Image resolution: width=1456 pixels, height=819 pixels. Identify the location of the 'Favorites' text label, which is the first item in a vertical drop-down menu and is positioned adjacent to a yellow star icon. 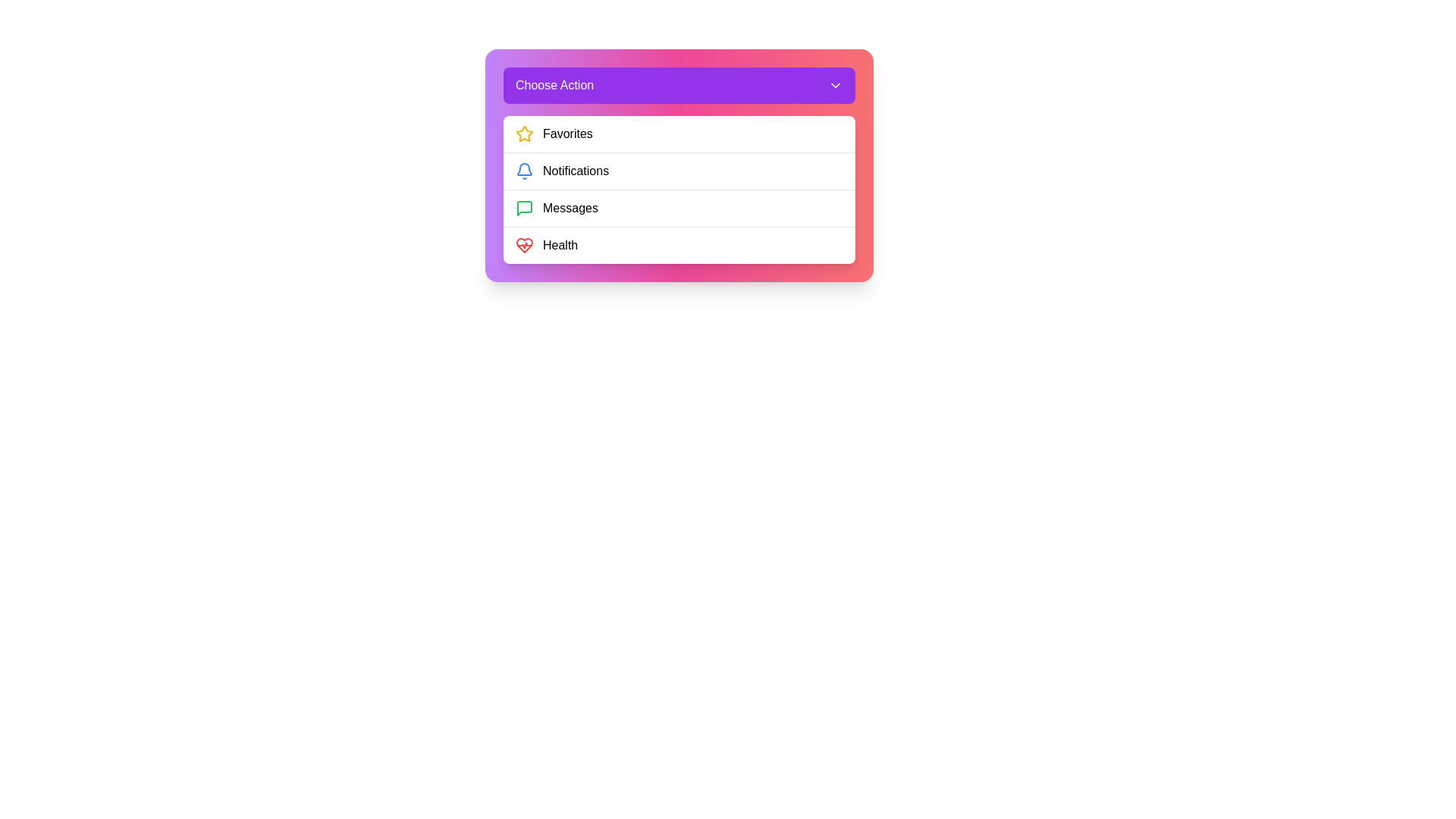
(566, 133).